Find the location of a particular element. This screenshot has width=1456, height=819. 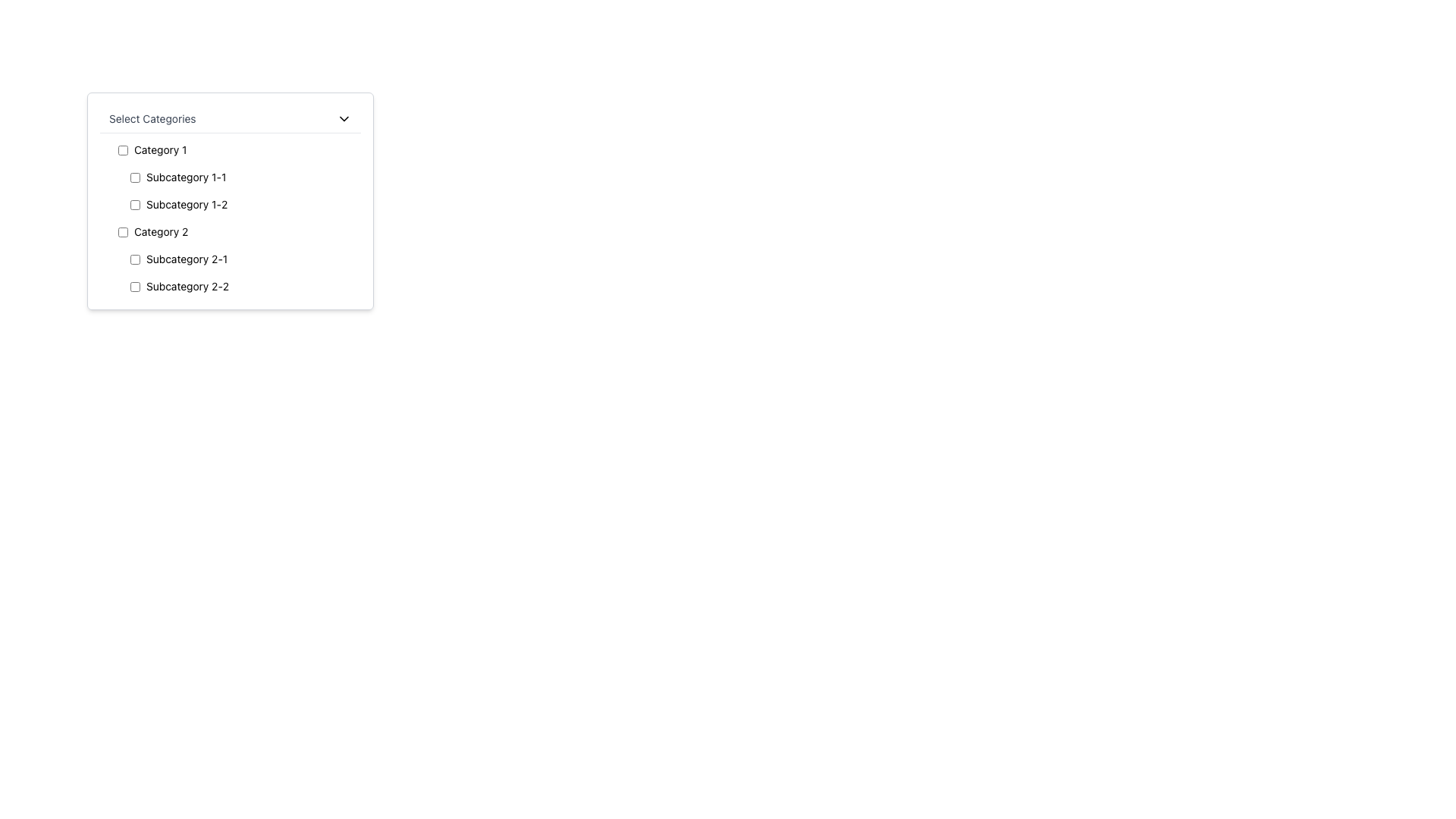

the checkbox located to the left of the label 'Subcategory 1-1' is located at coordinates (135, 177).